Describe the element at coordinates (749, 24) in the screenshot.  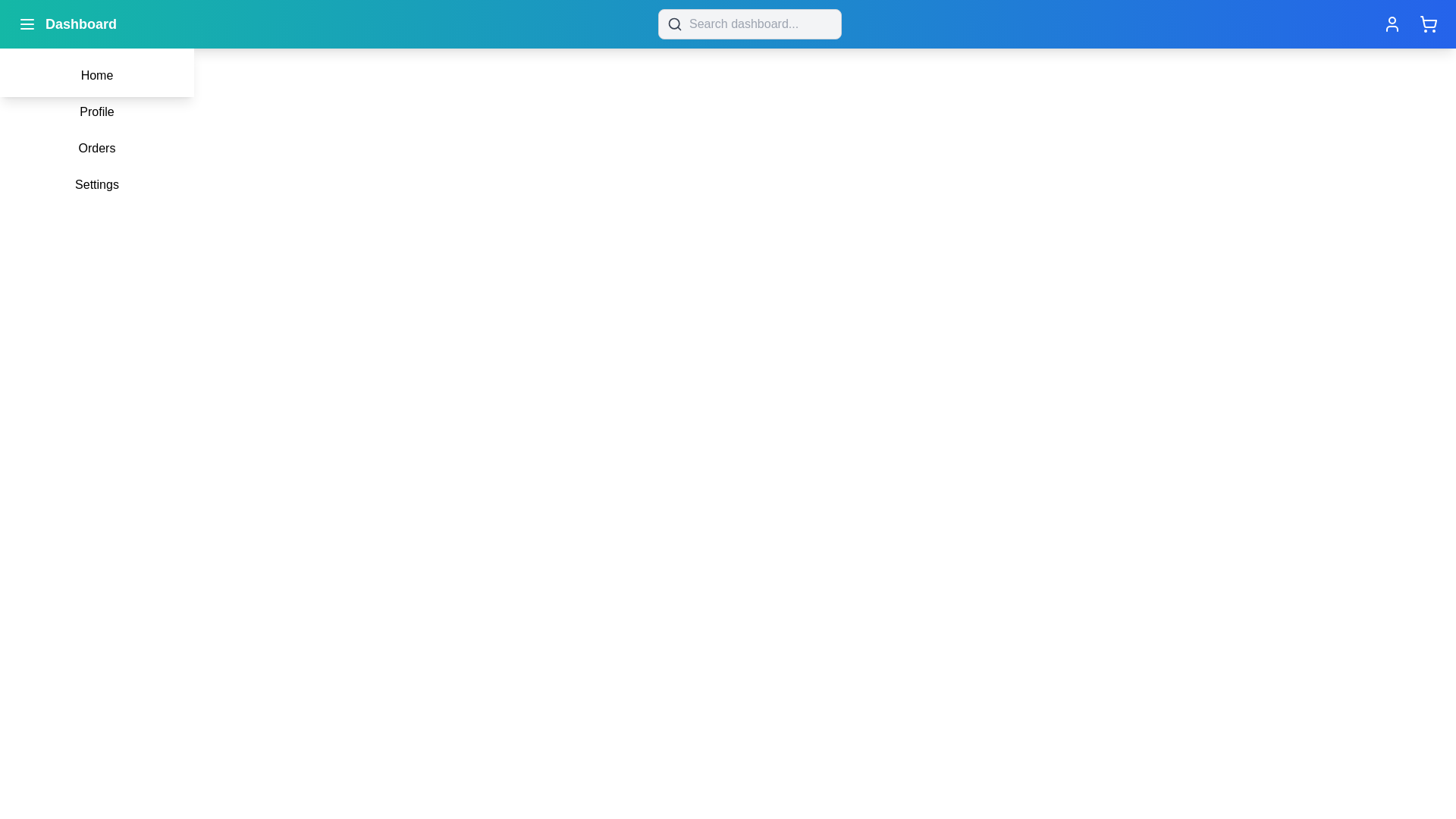
I see `the search bar input field with the placeholder text 'Search dashboard...'` at that location.